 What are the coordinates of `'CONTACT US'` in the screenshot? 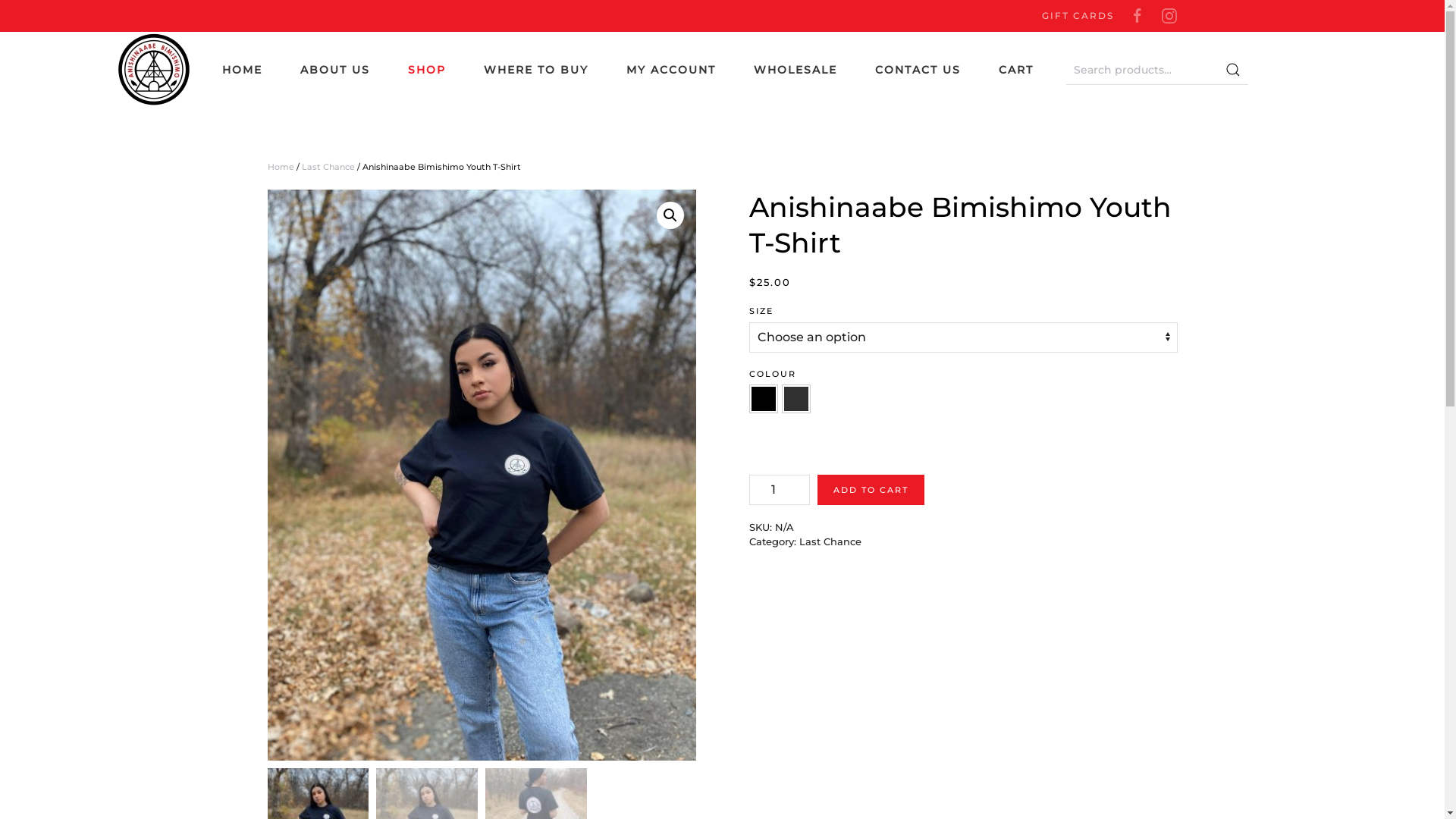 It's located at (917, 70).